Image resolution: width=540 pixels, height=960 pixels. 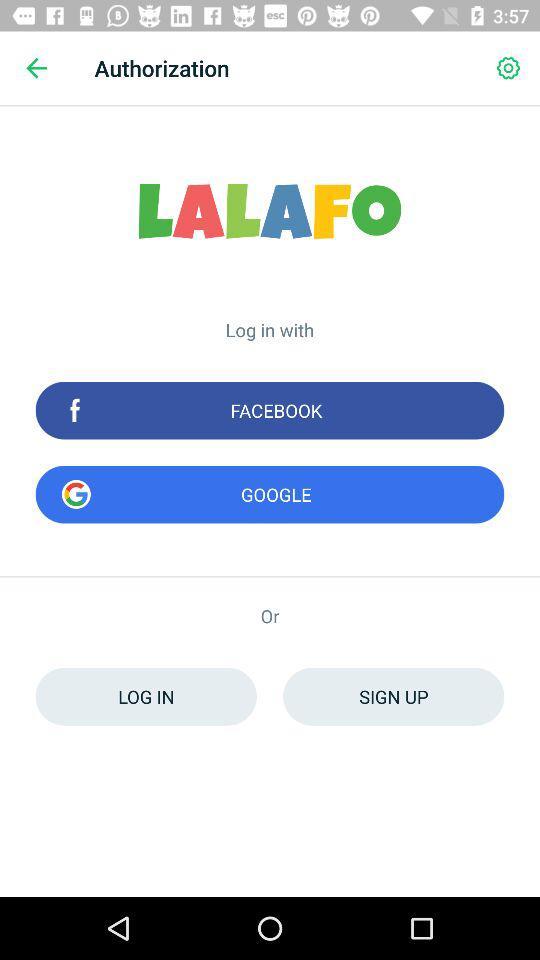 What do you see at coordinates (36, 68) in the screenshot?
I see `icon next to the authorization icon` at bounding box center [36, 68].